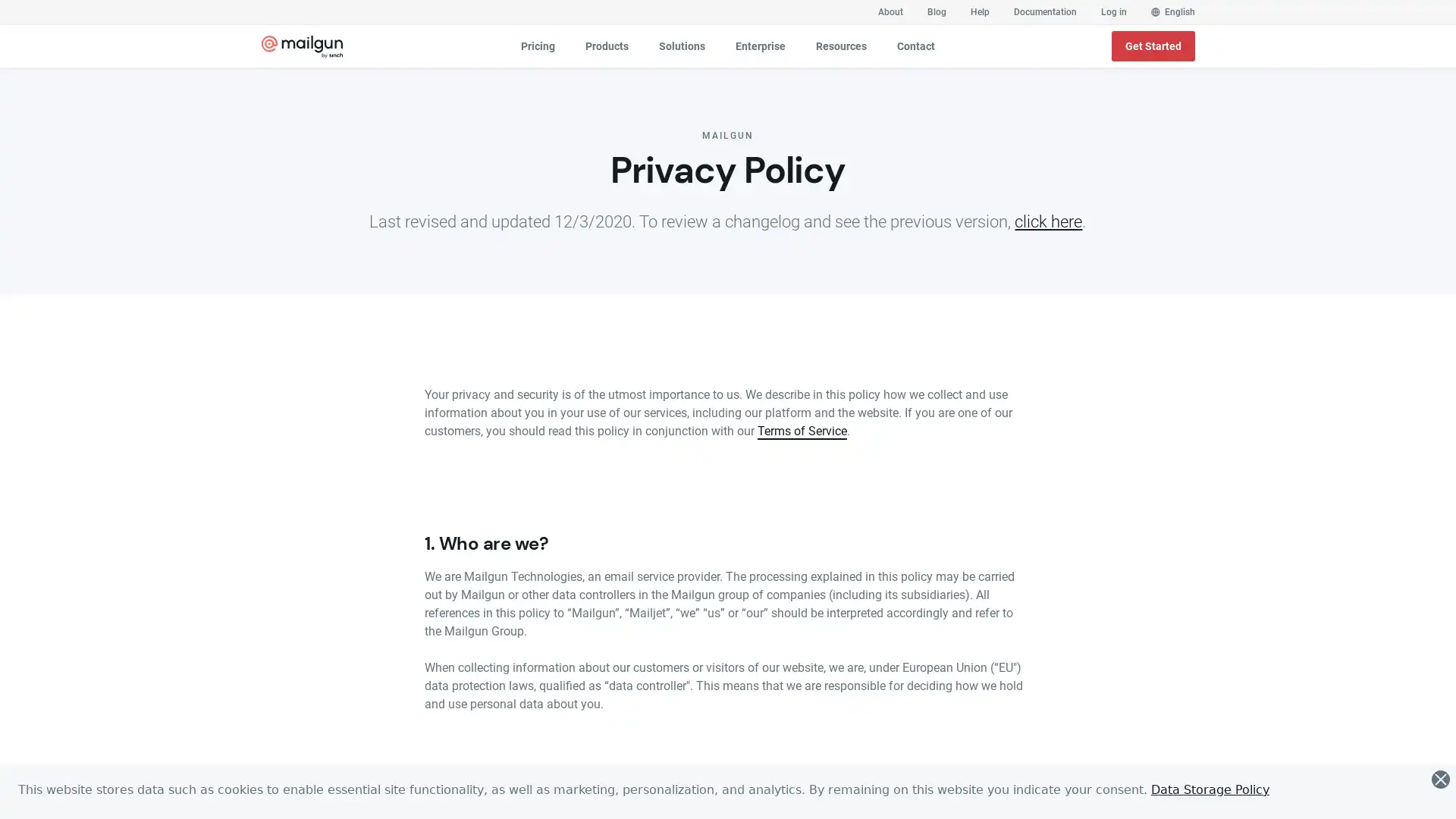 Image resolution: width=1456 pixels, height=819 pixels. I want to click on Enterprise, so click(760, 45).